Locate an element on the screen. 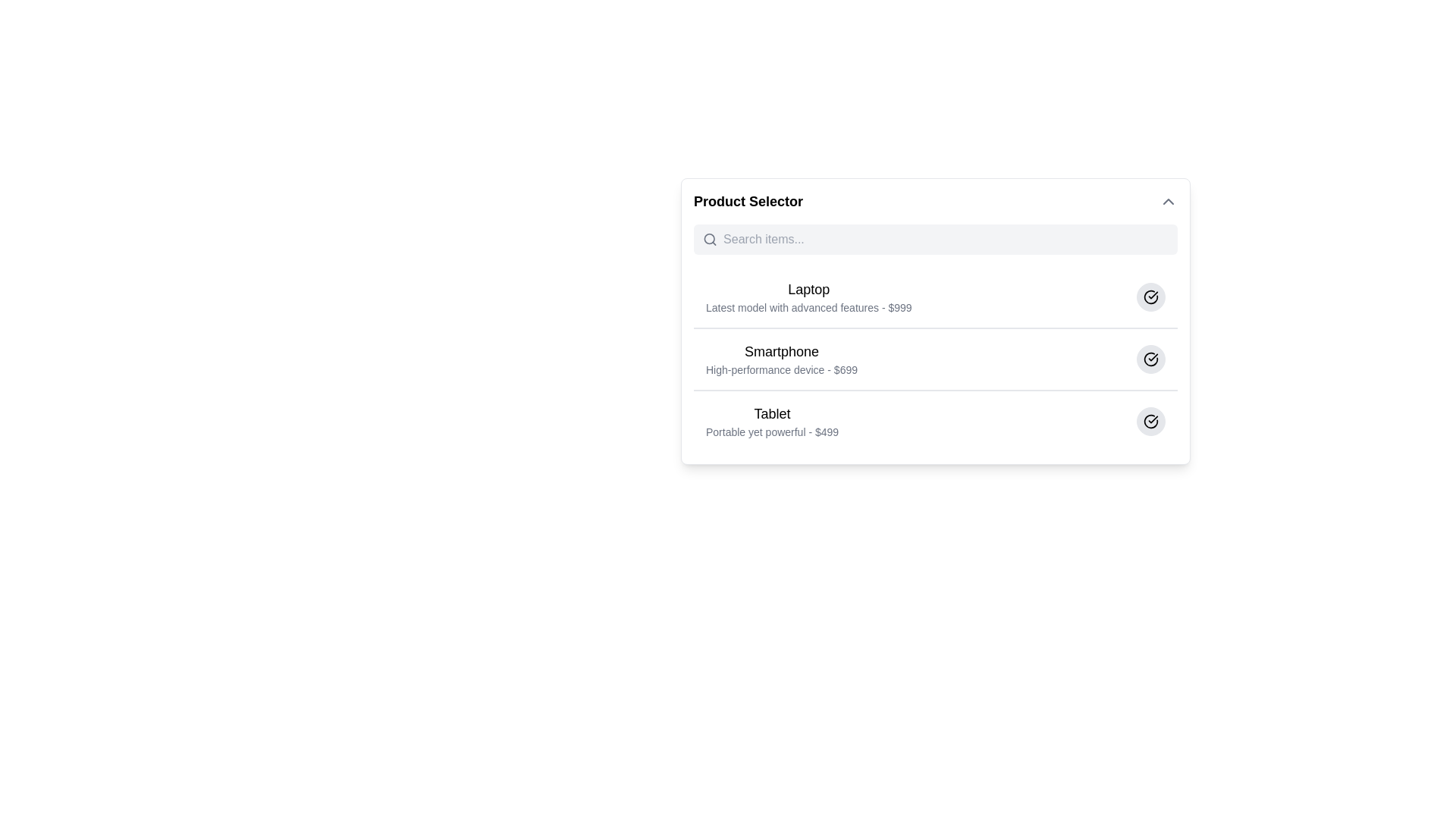 The height and width of the screenshot is (819, 1456). the circular check mark icon on the far right side of the list item labeled 'Smartphone - High-performance device - $699' is located at coordinates (1150, 359).